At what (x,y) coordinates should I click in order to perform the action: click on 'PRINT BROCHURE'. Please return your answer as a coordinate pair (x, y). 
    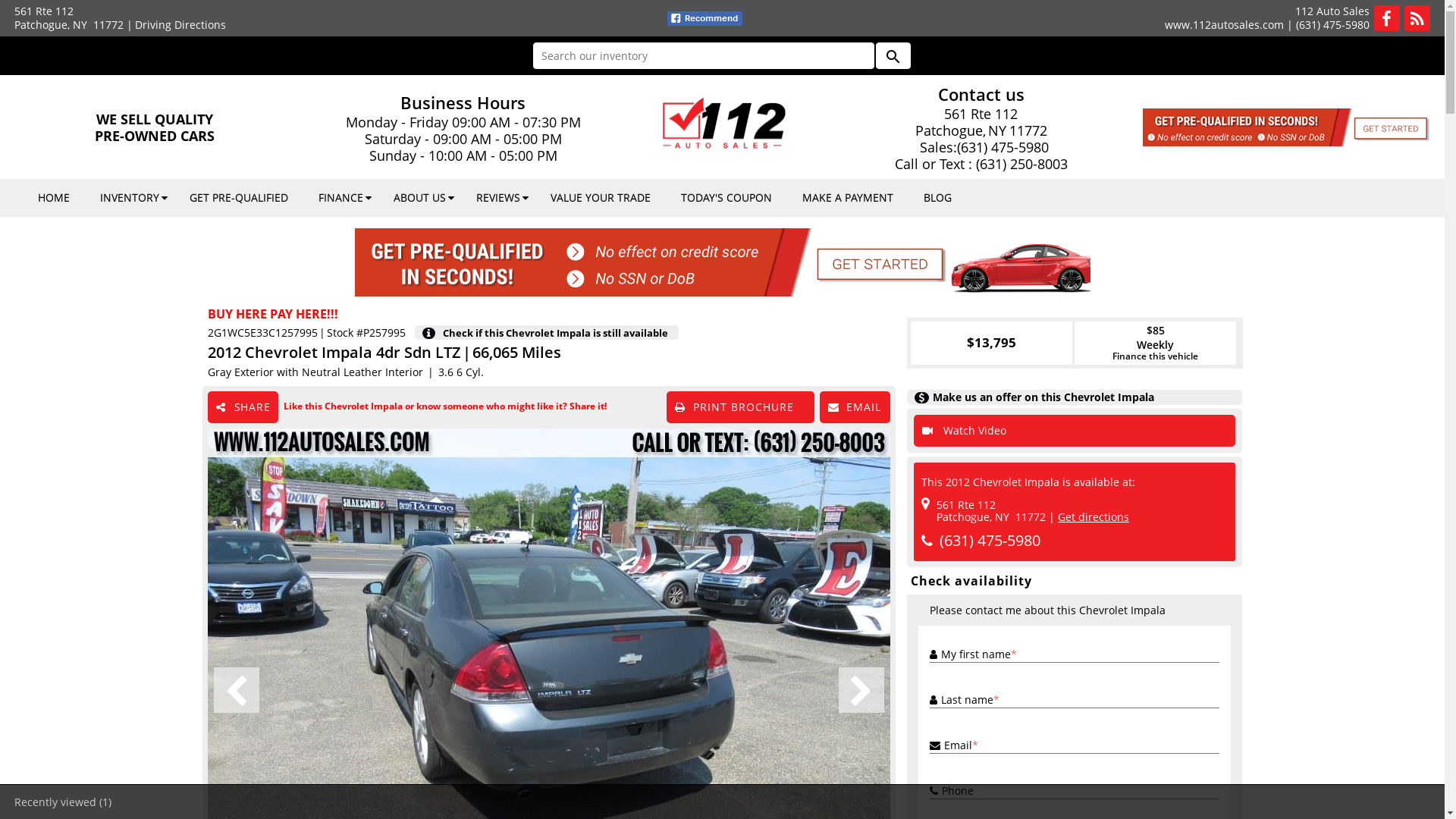
    Looking at the image, I should click on (740, 406).